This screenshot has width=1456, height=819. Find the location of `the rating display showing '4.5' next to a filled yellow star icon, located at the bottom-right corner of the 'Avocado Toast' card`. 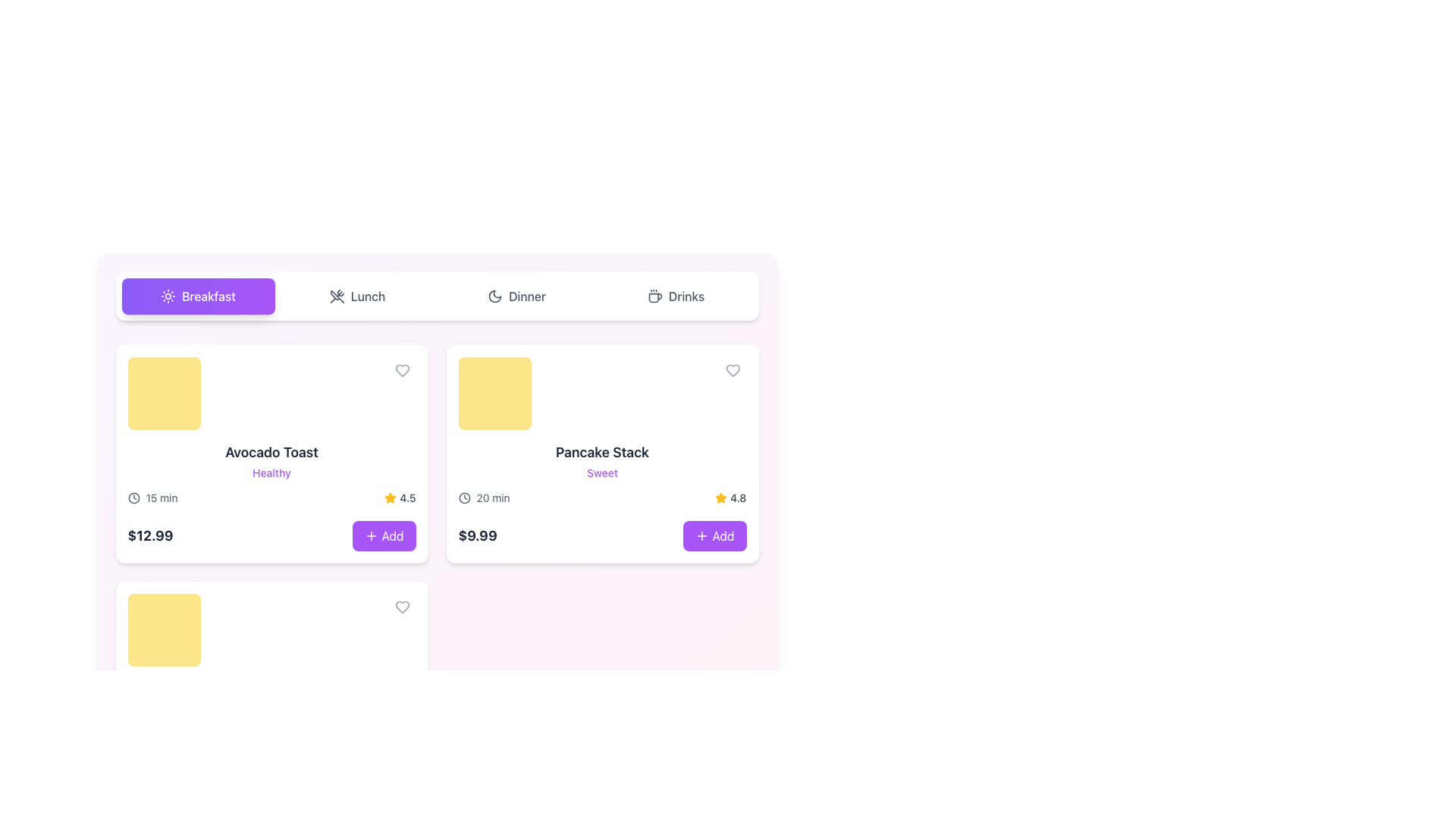

the rating display showing '4.5' next to a filled yellow star icon, located at the bottom-right corner of the 'Avocado Toast' card is located at coordinates (400, 497).